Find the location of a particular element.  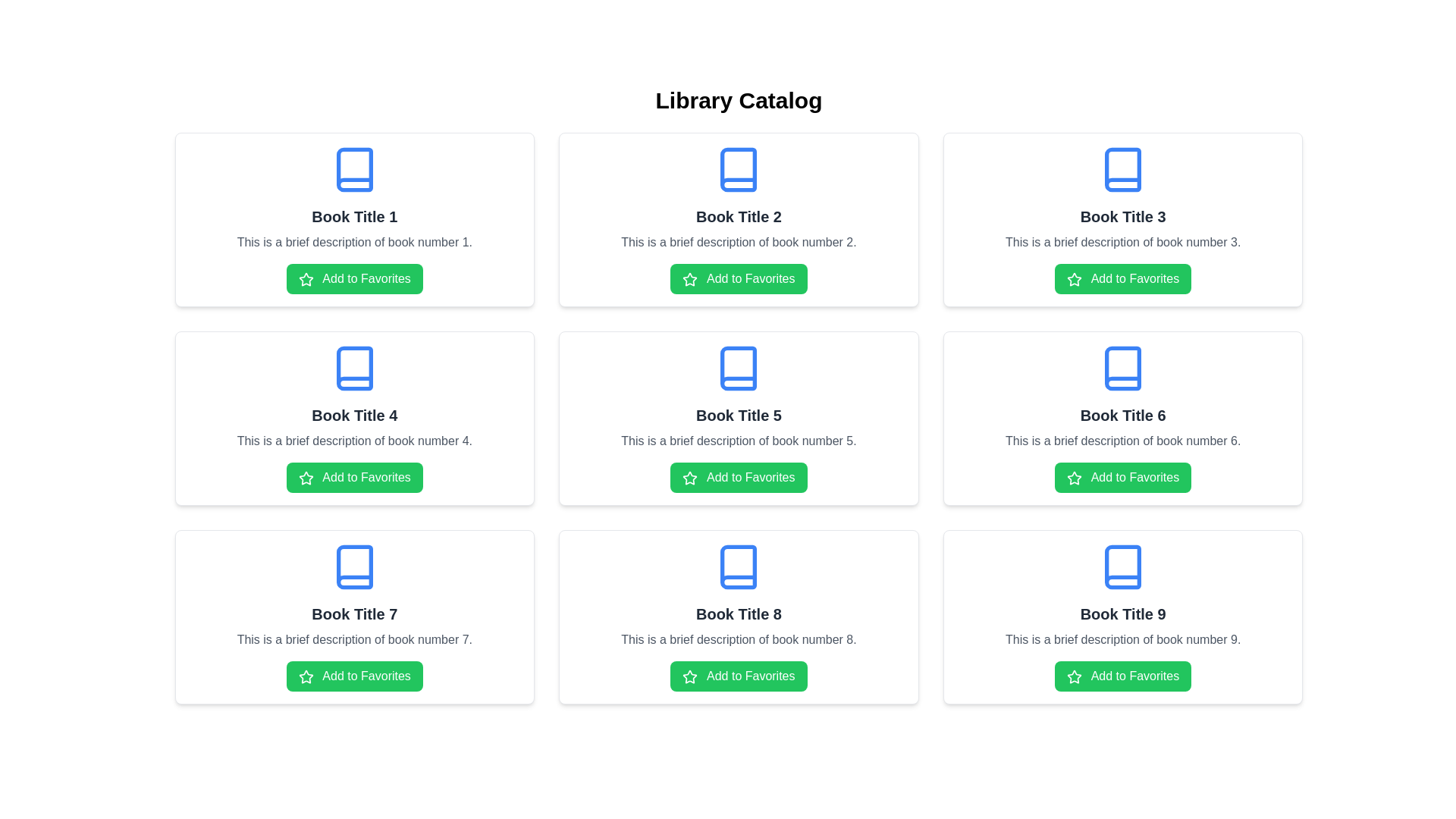

the 'Add to Favorites' button with a green background and white text located under the description of 'Book Title 1' is located at coordinates (353, 278).